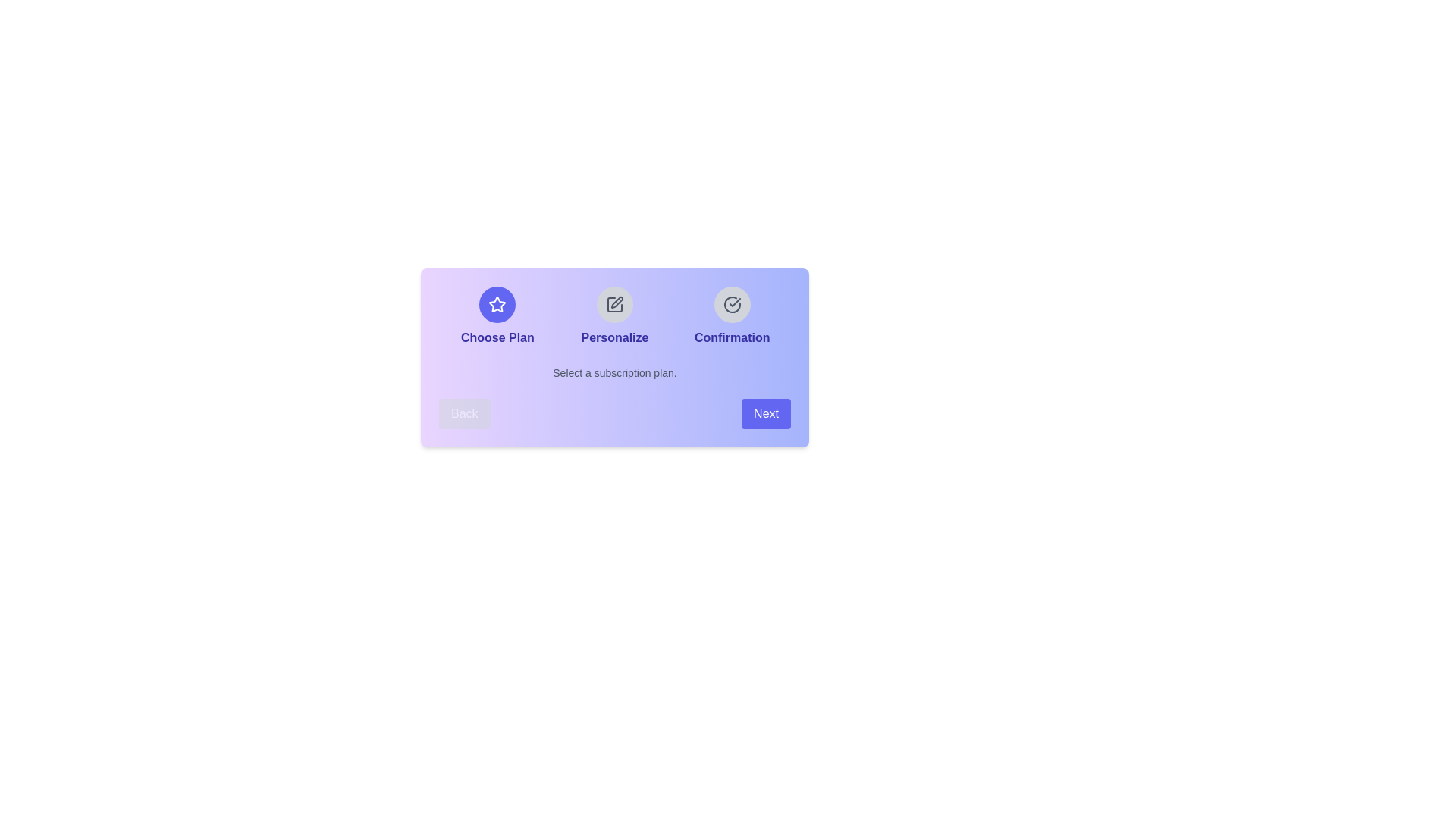 This screenshot has height=819, width=1456. I want to click on the 'Next' button to proceed to the next step, so click(765, 414).